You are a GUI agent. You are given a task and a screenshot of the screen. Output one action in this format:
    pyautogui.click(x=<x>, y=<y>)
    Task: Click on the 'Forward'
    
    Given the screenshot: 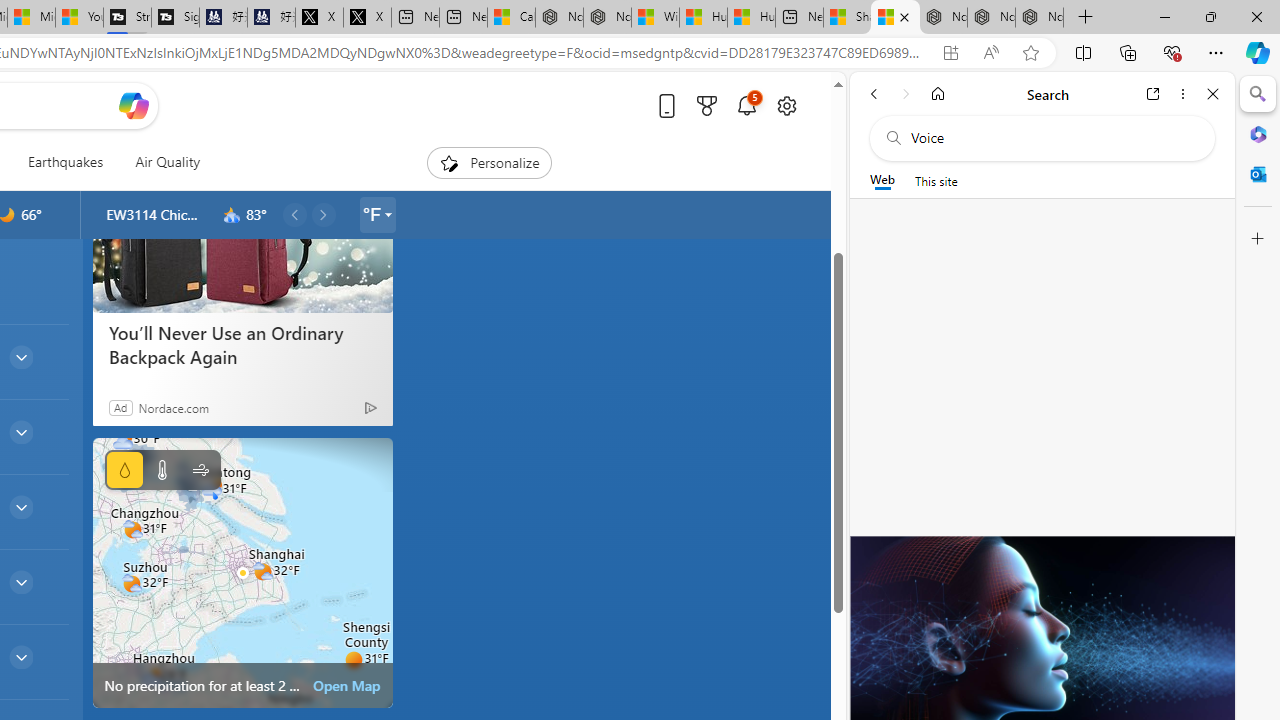 What is the action you would take?
    pyautogui.click(x=905, y=93)
    